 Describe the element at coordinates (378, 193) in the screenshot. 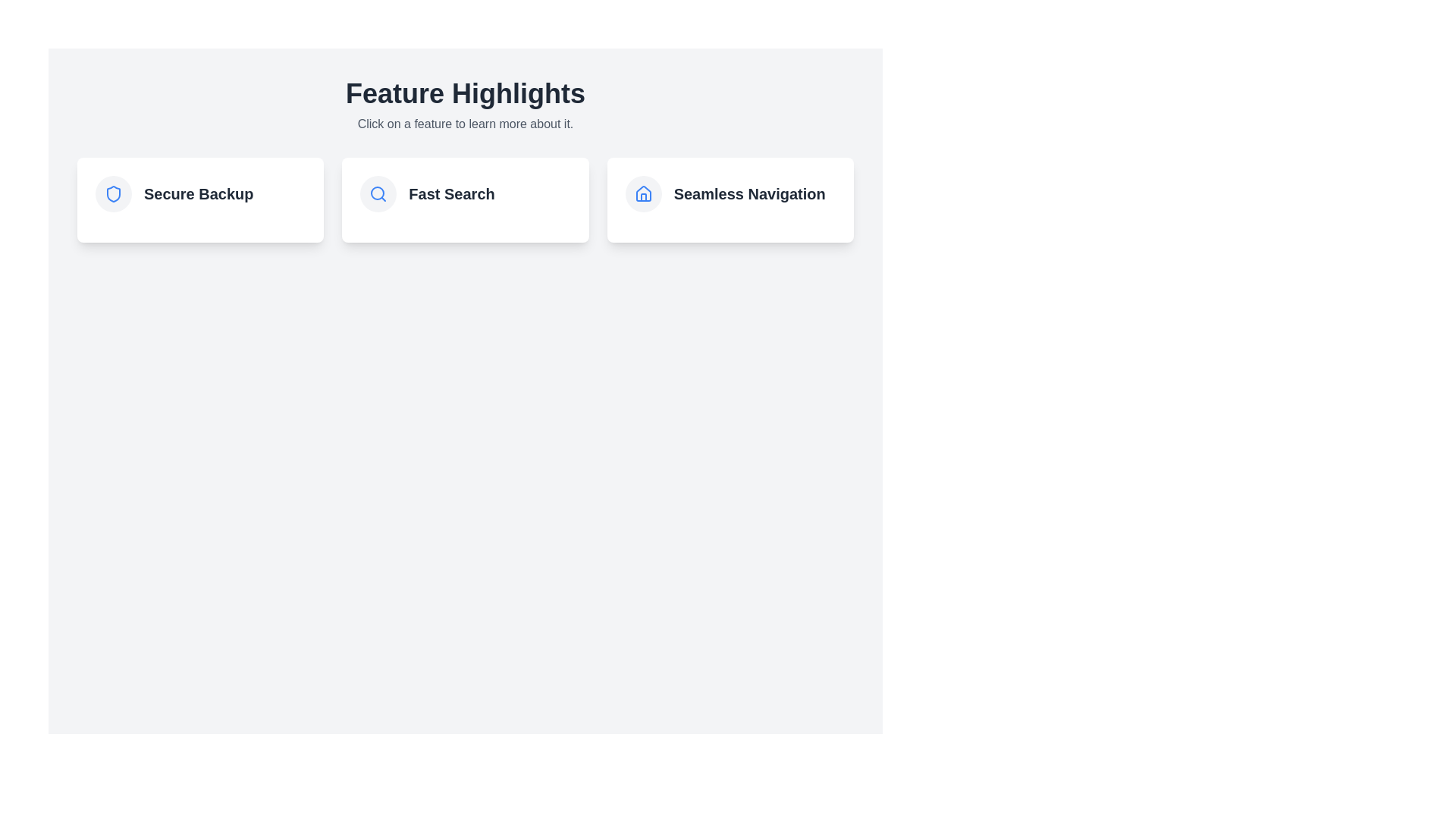

I see `the 'Fast Search' Icon Button located on the left side of the 'Fast Search' label within the second card of features` at that location.